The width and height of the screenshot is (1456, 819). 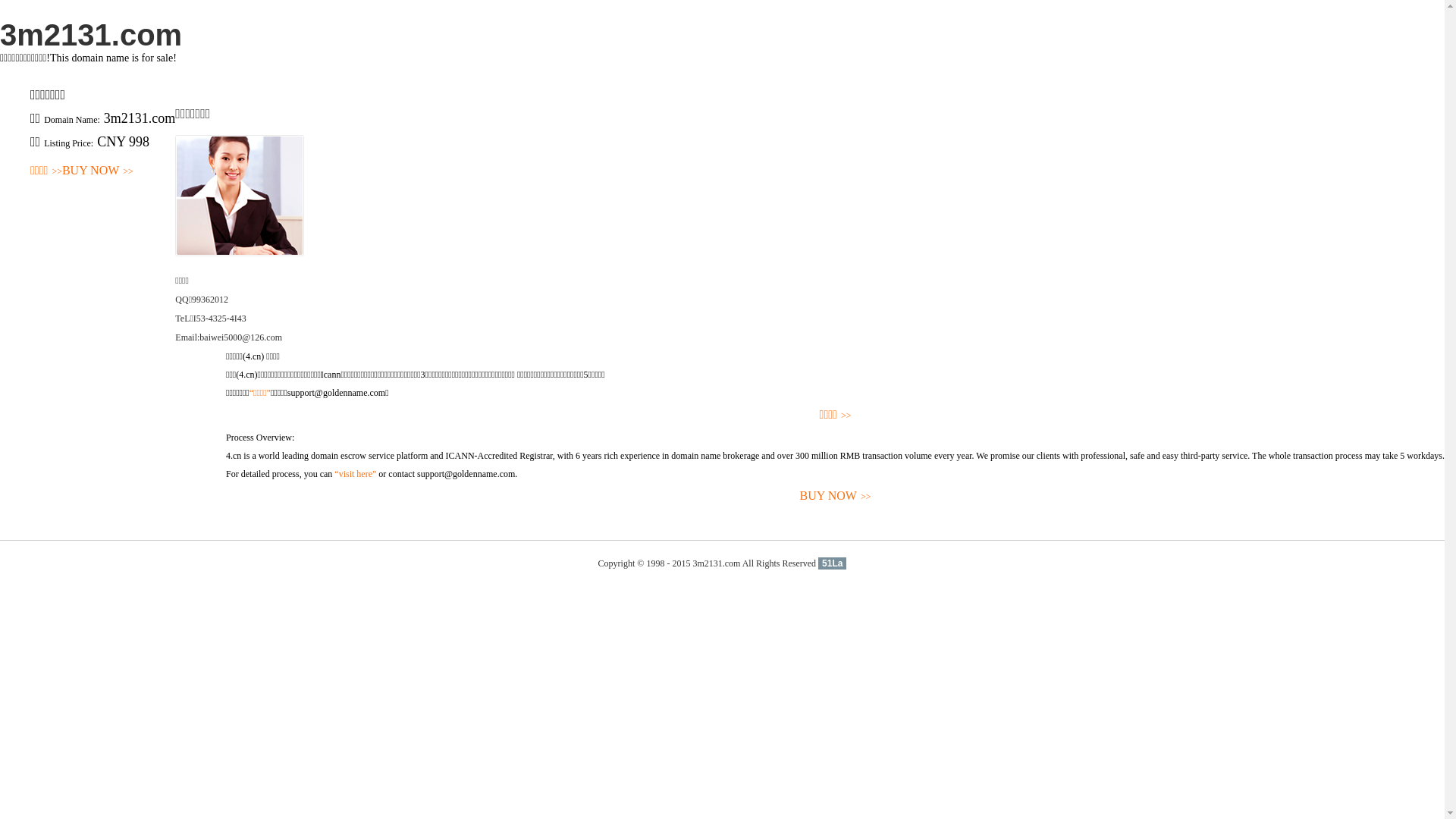 What do you see at coordinates (817, 563) in the screenshot?
I see `'51La'` at bounding box center [817, 563].